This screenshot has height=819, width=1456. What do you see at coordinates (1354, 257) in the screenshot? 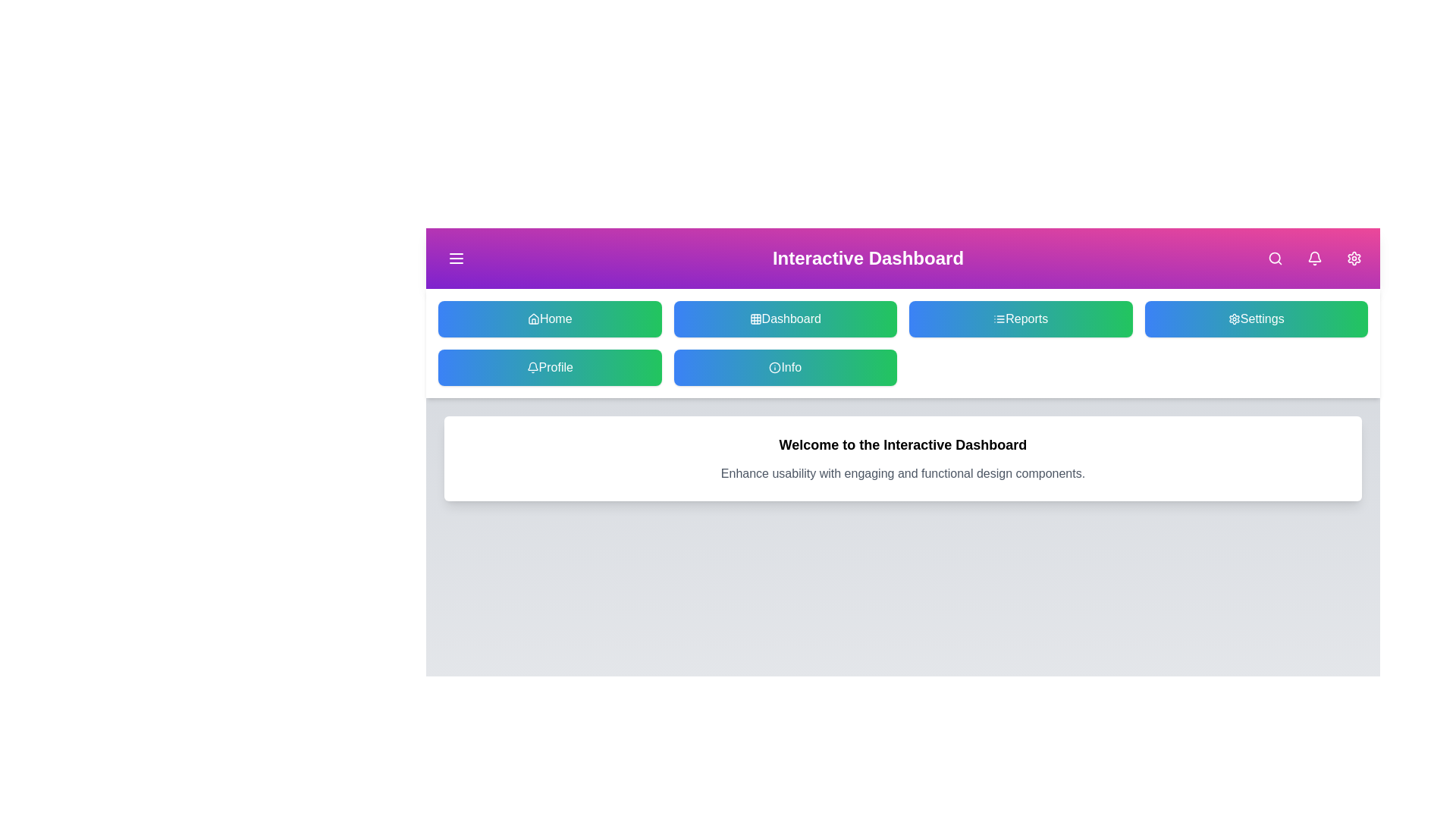
I see `the Settings button in the header navigation` at bounding box center [1354, 257].